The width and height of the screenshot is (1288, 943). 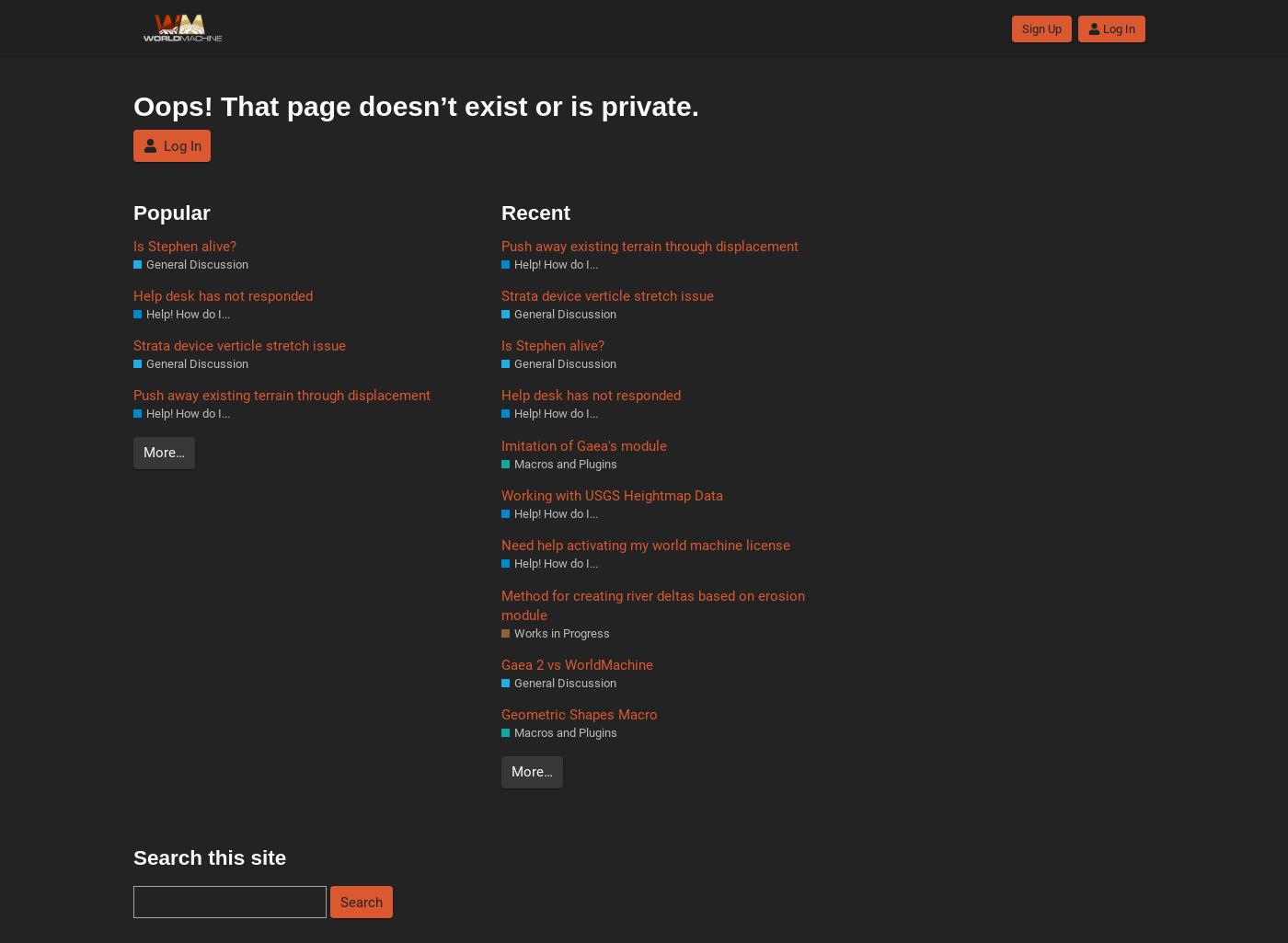 I want to click on 'Method for creating river deltas based on erosion module', so click(x=652, y=604).